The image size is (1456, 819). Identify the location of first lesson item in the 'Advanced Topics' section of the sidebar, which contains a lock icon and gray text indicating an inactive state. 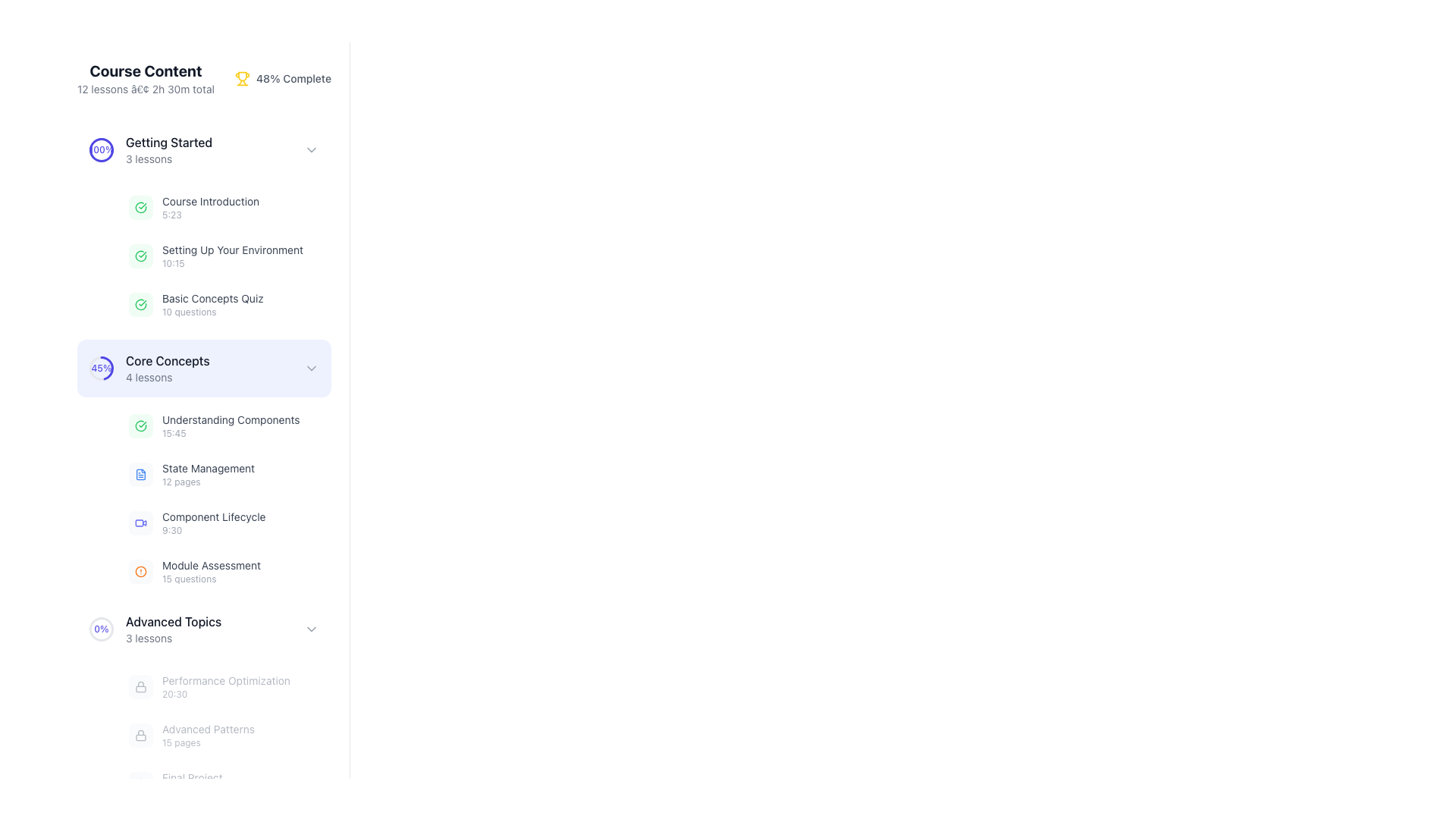
(203, 704).